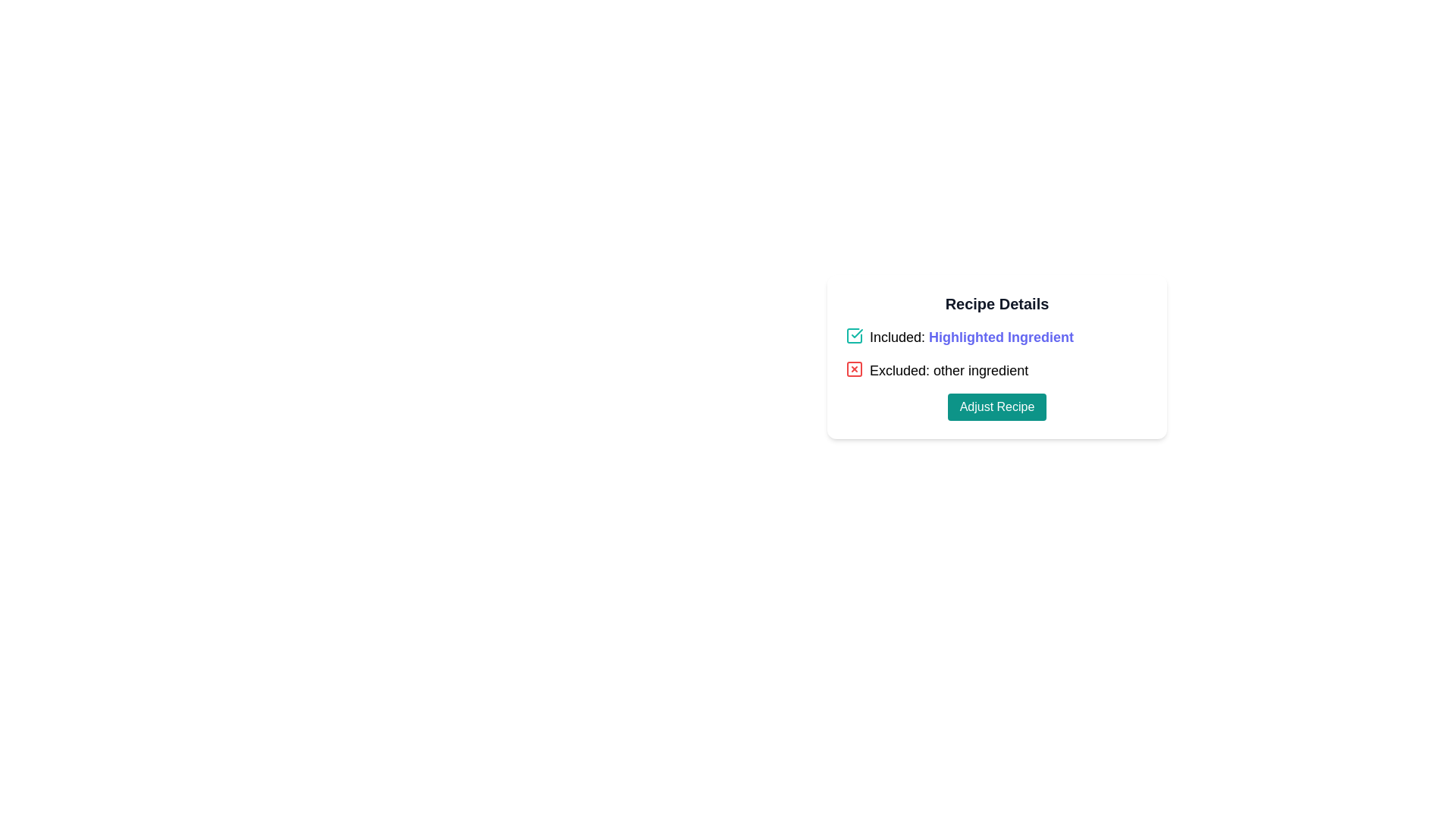  Describe the element at coordinates (997, 406) in the screenshot. I see `the teal button labeled 'Adjust Recipe' at the bottom of the 'Recipe Details' card` at that location.